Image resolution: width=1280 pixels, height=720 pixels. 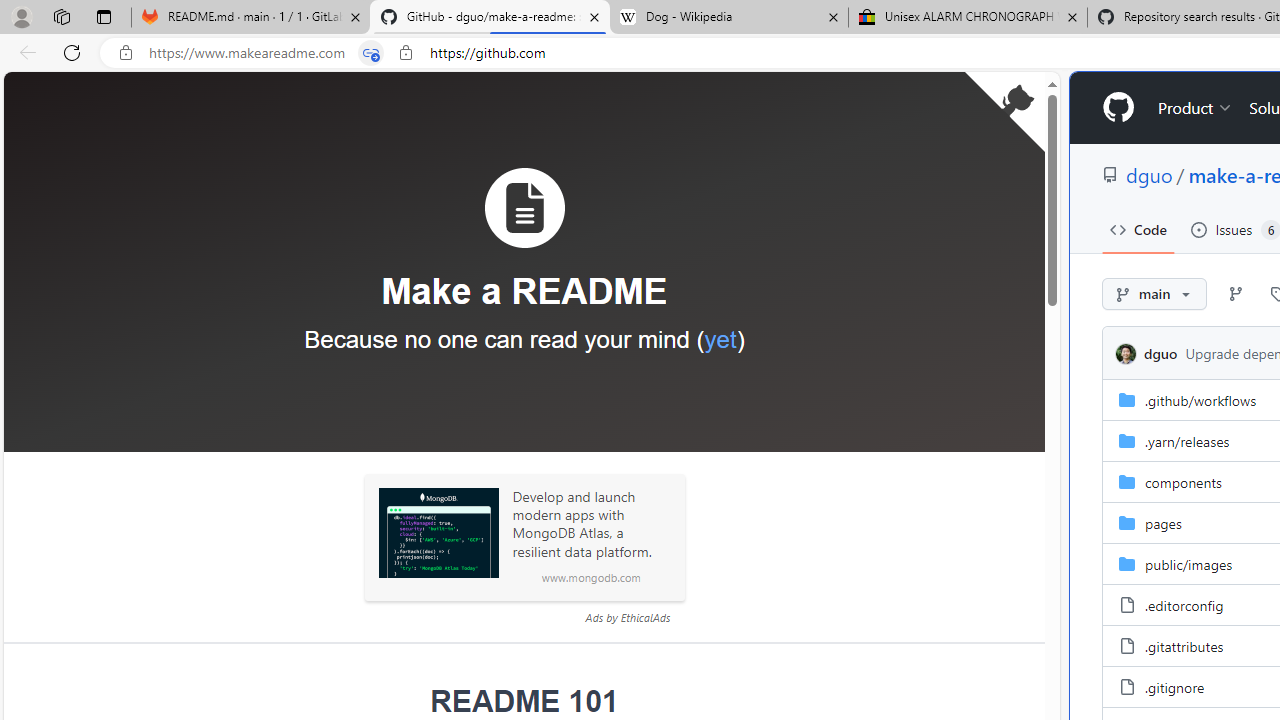 I want to click on 'public/images, (Directory)', so click(x=1189, y=563).